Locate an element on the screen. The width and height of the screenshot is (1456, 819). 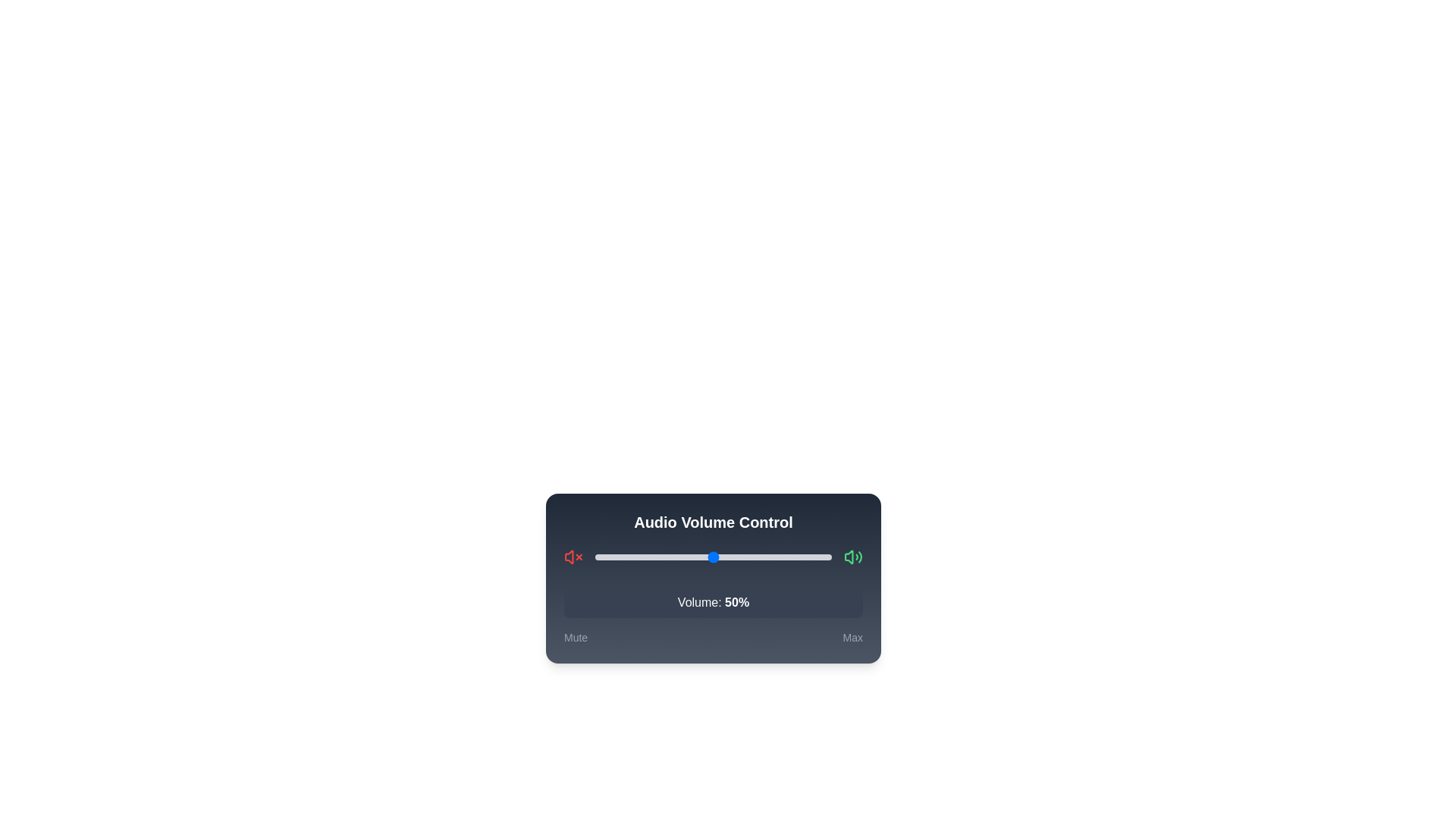
the slider to set the volume to 1% is located at coordinates (597, 557).